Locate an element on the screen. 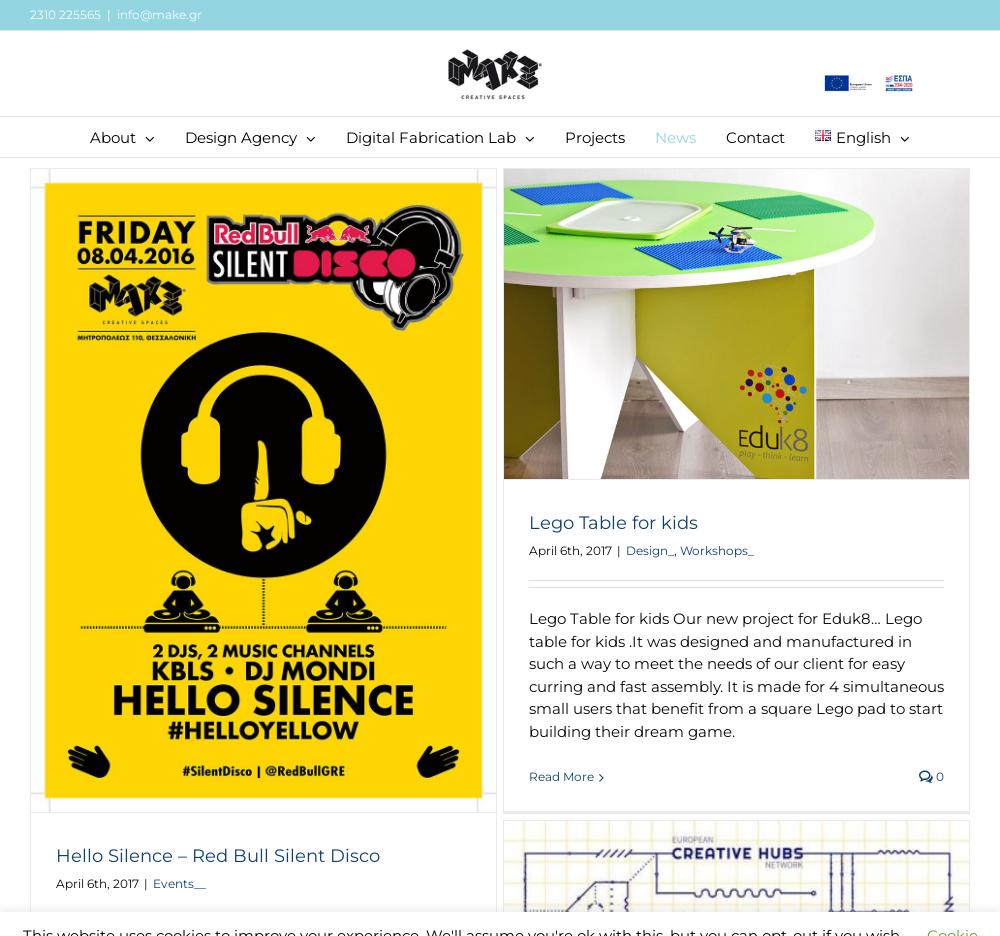 The width and height of the screenshot is (1000, 936). 'Read More' is located at coordinates (561, 776).